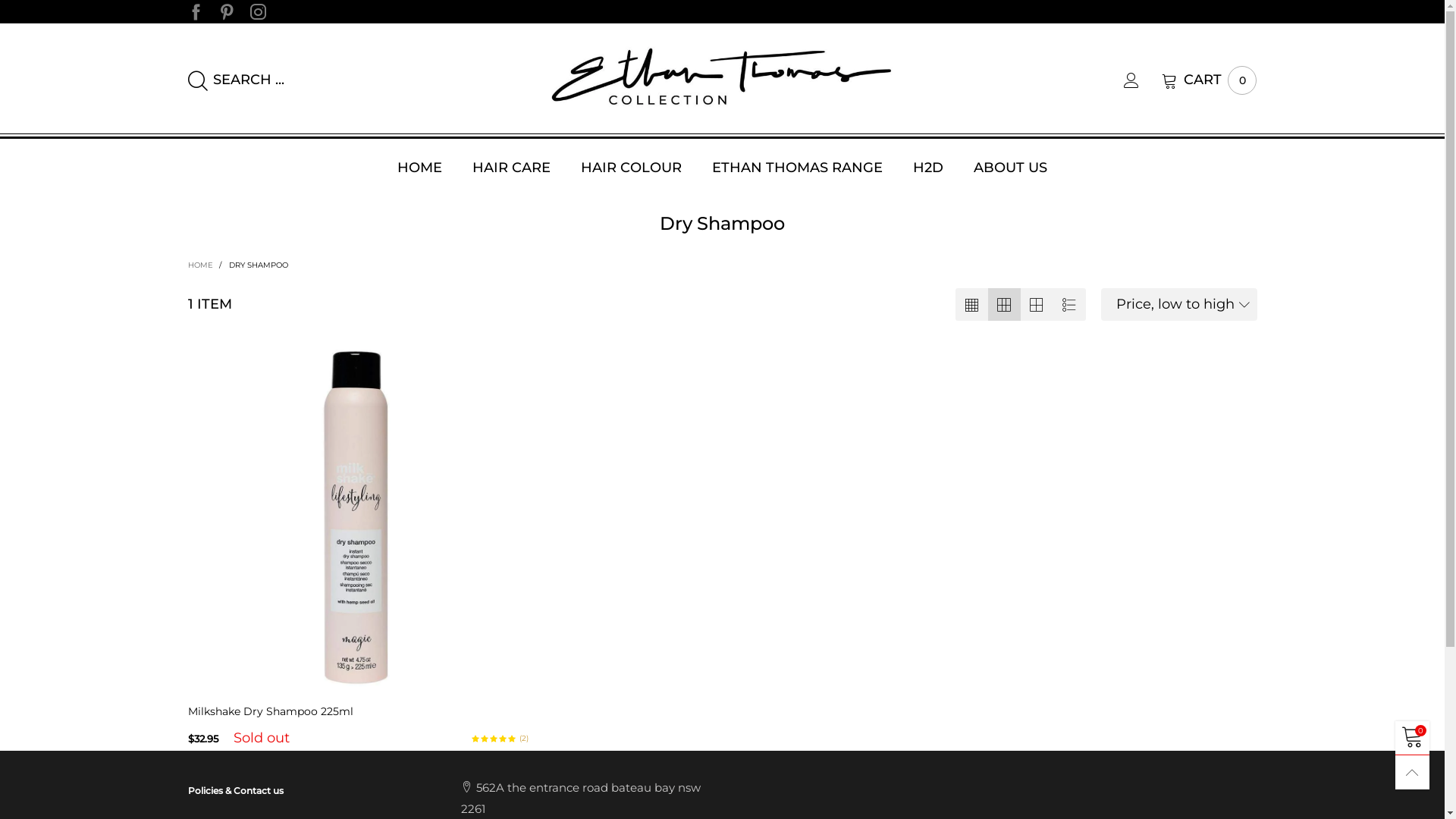  Describe the element at coordinates (1411, 772) in the screenshot. I see `'Back to top'` at that location.